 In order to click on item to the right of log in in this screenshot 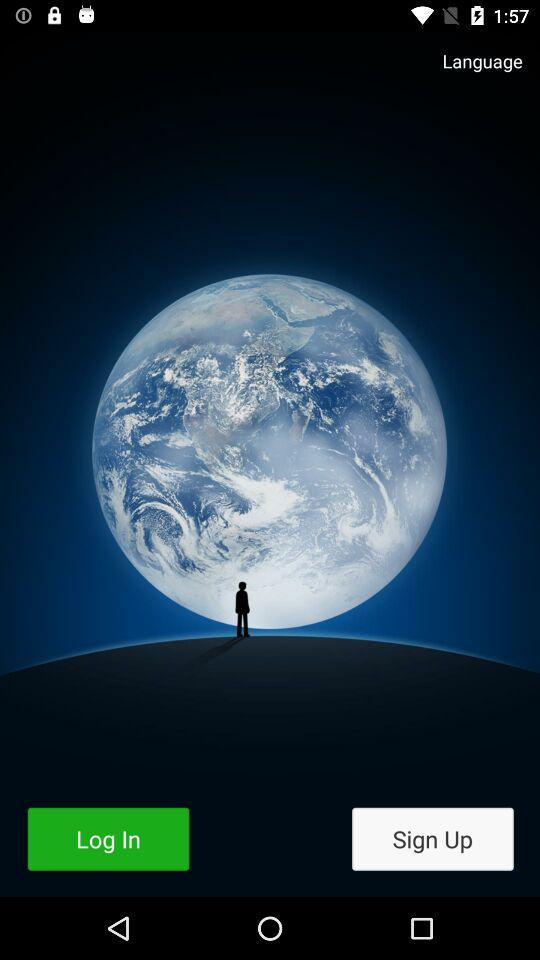, I will do `click(431, 839)`.